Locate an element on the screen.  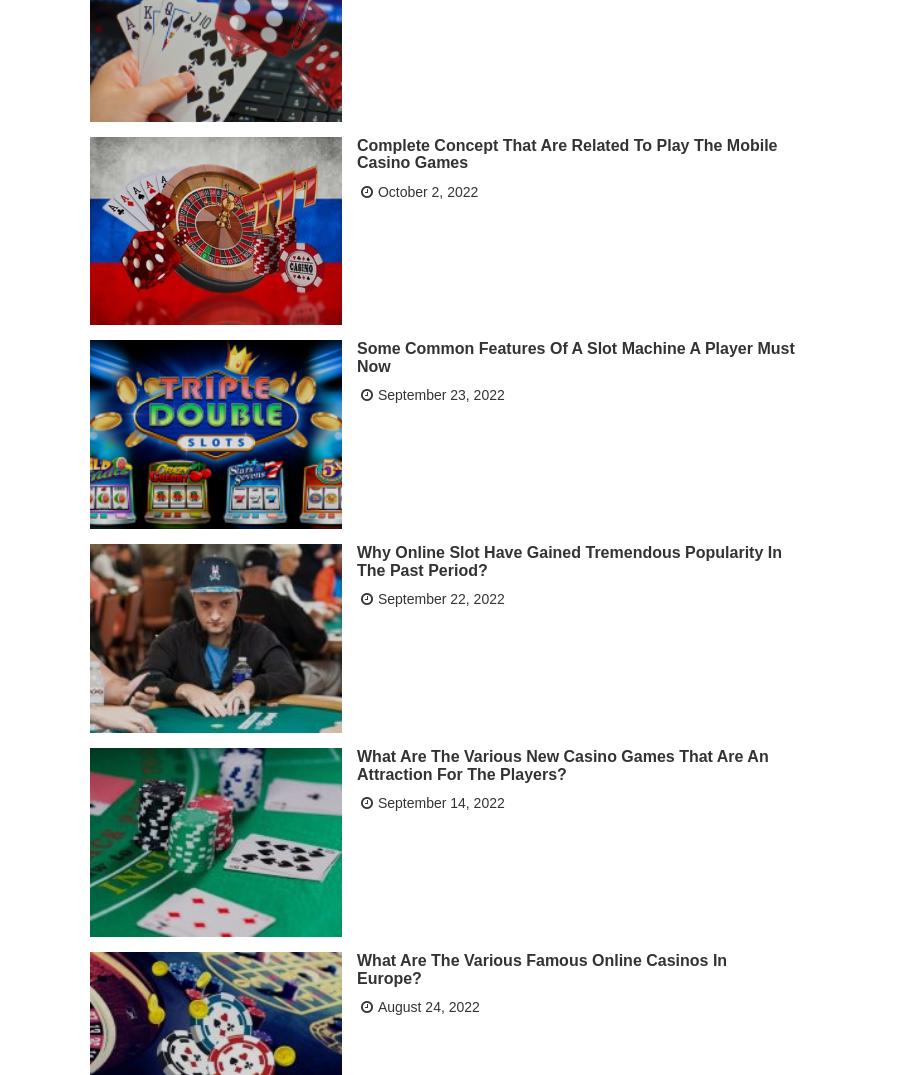
'Why Online Slot Have Gained Tremendous Popularity In The Past Period?' is located at coordinates (568, 559).